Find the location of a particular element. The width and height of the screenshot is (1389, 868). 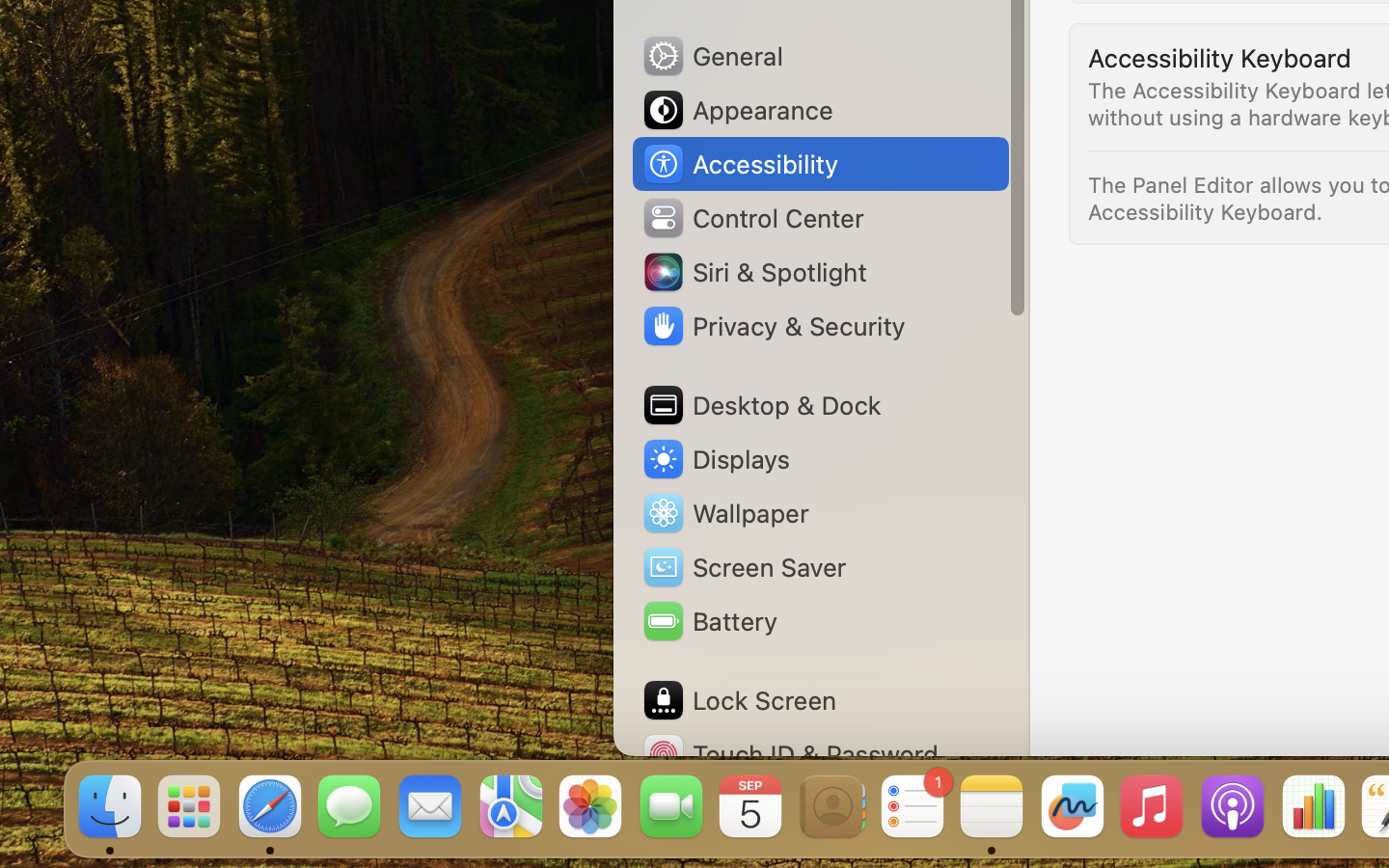

'Displays' is located at coordinates (715, 458).